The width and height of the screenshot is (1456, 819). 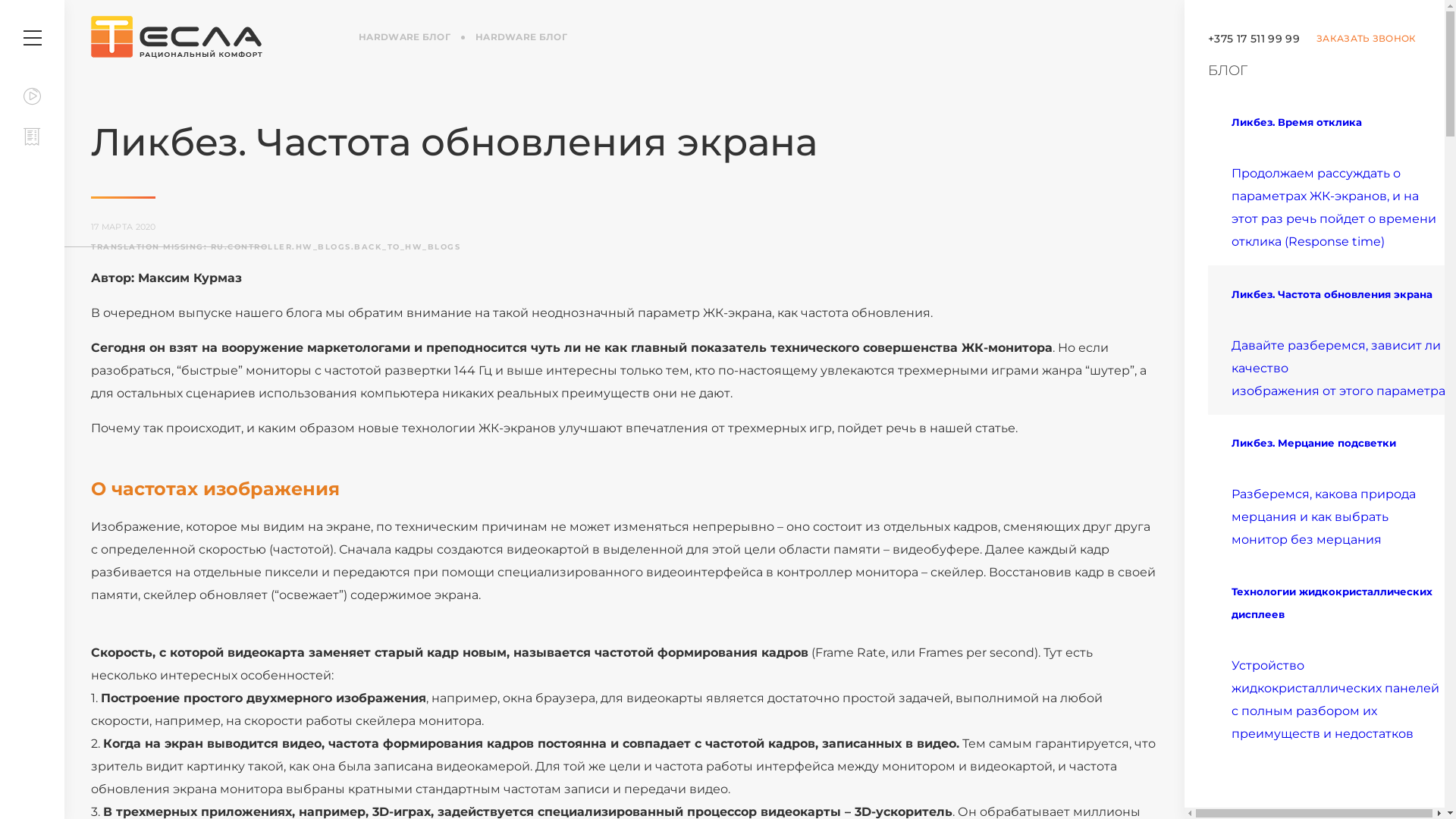 I want to click on '+375 17 511 99 99', so click(x=1254, y=37).